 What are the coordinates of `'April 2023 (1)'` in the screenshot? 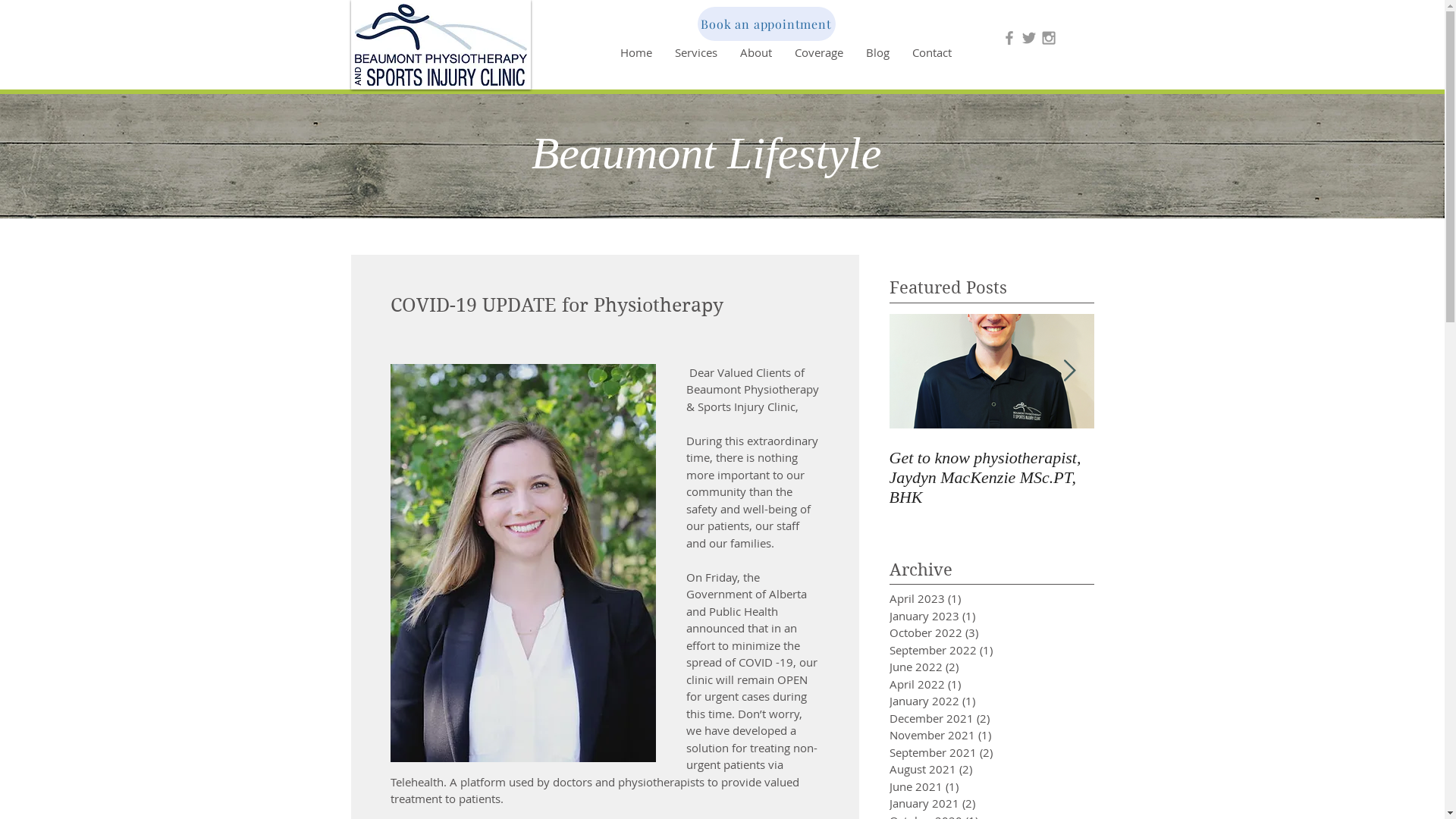 It's located at (967, 598).